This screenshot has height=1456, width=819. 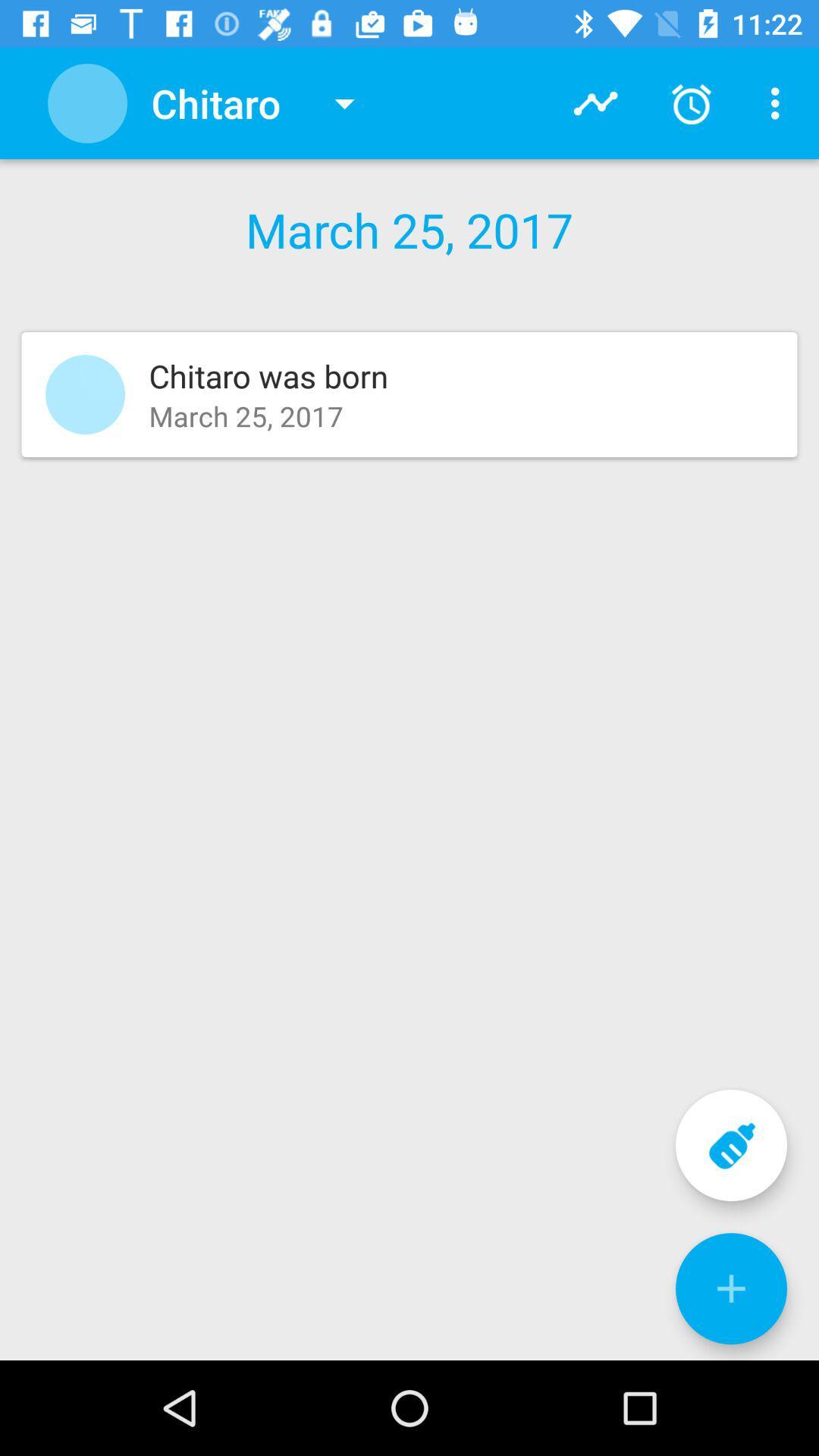 What do you see at coordinates (779, 103) in the screenshot?
I see `menu icon in top` at bounding box center [779, 103].